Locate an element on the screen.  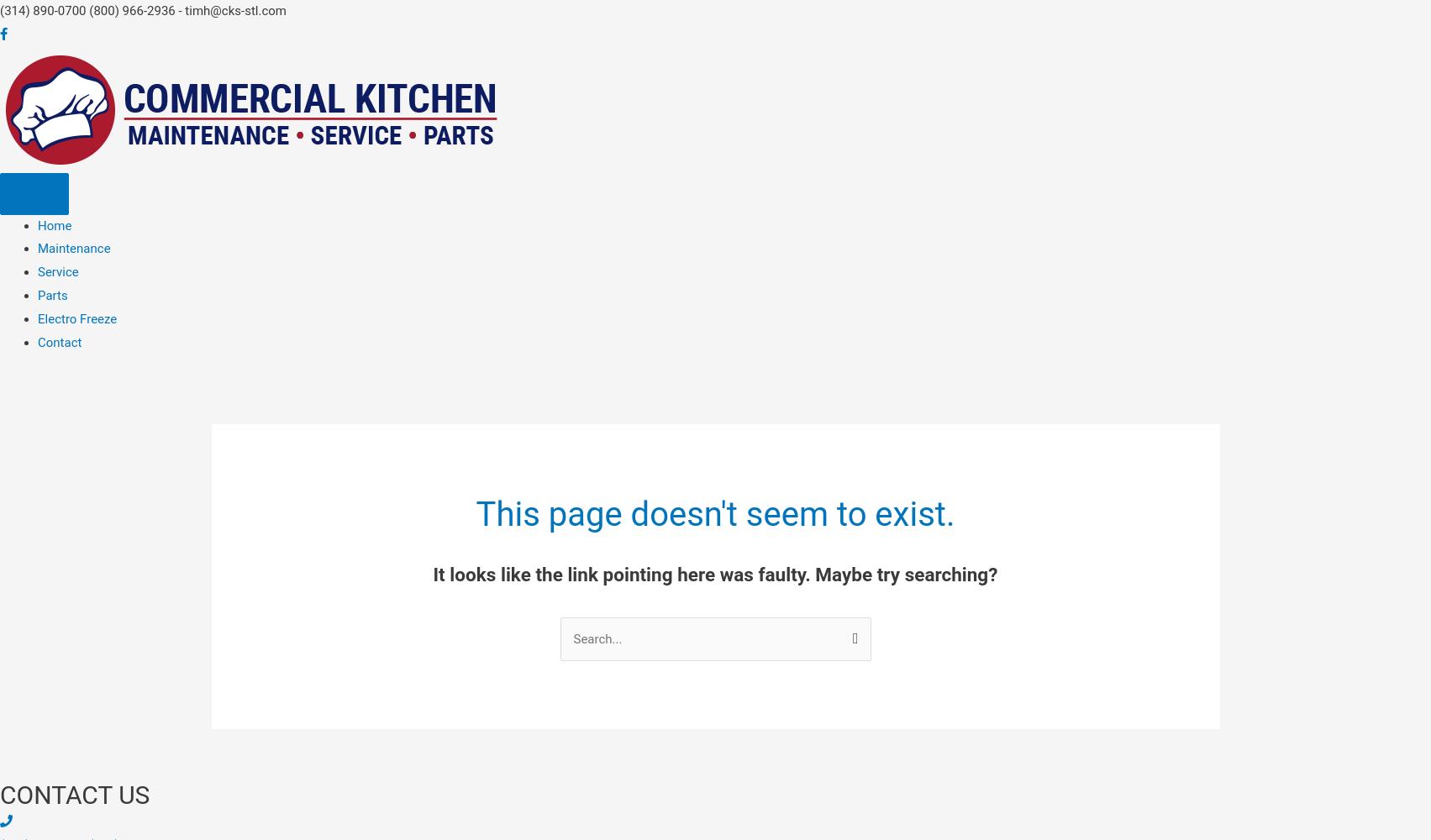
'This page doesn't seem to exist.' is located at coordinates (475, 513).